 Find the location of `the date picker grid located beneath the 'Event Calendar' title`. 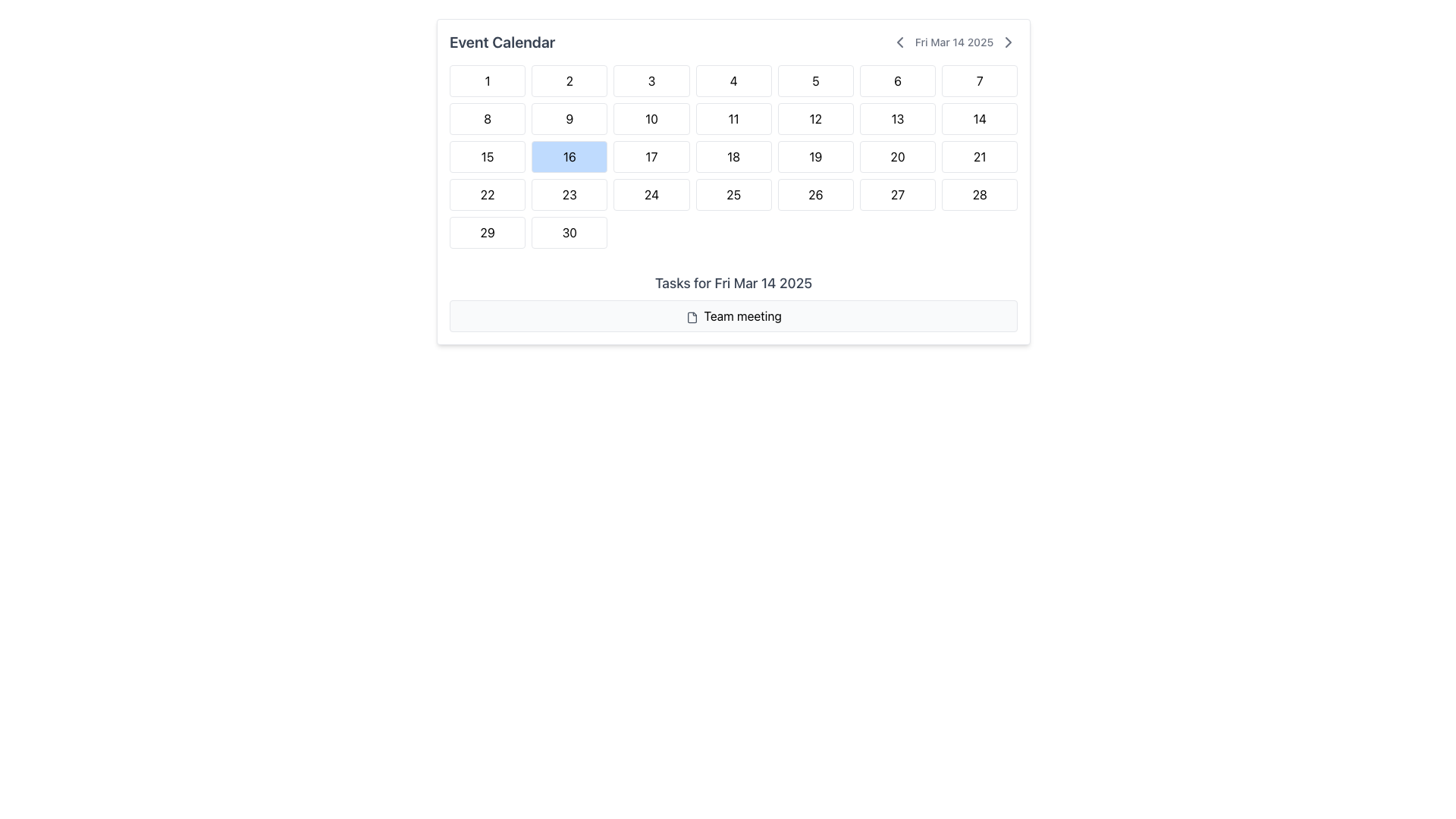

the date picker grid located beneath the 'Event Calendar' title is located at coordinates (733, 157).